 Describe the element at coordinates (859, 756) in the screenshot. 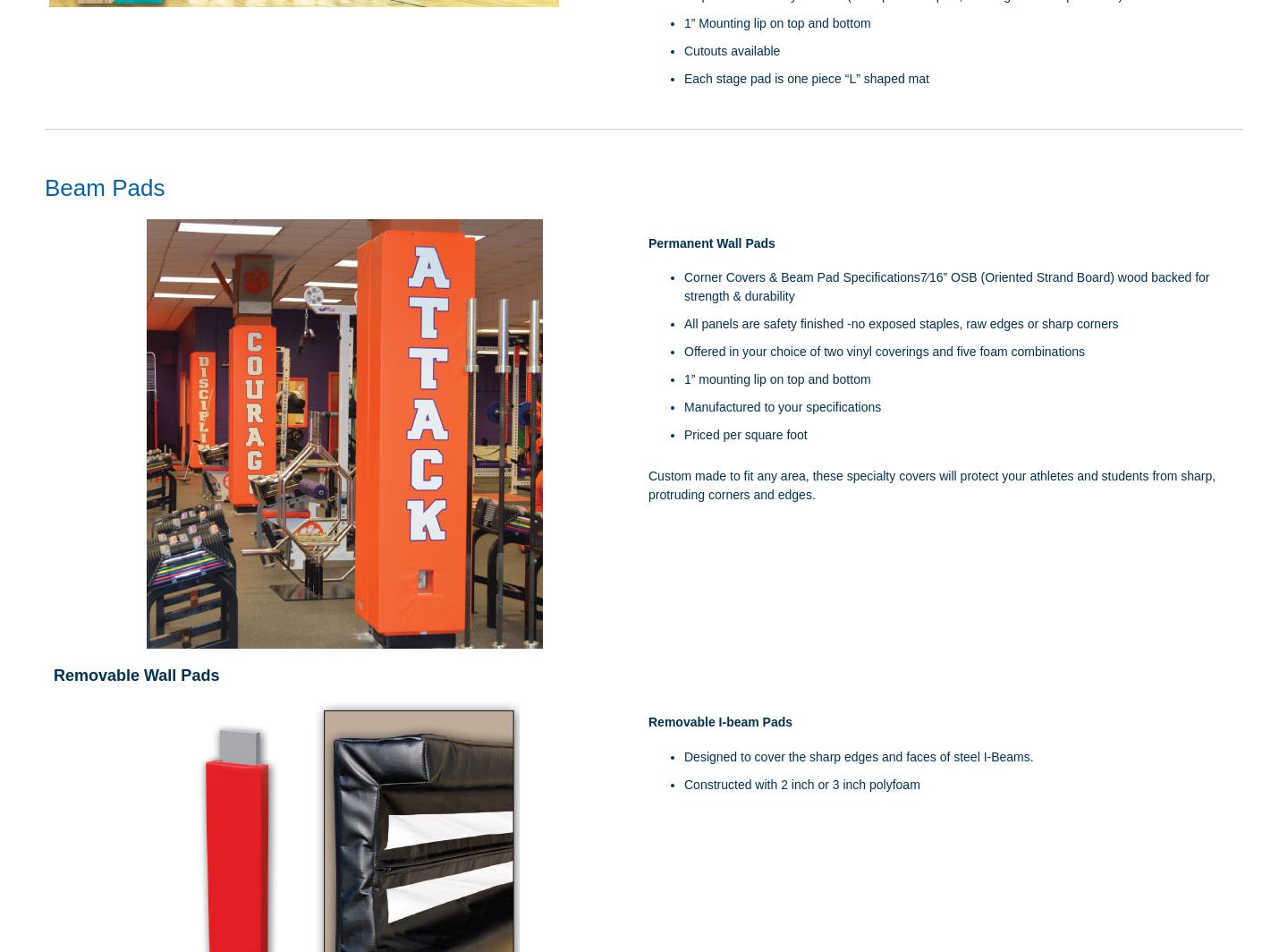

I see `'Designed to cover the sharp edges and faces of steel I-Beams.'` at that location.